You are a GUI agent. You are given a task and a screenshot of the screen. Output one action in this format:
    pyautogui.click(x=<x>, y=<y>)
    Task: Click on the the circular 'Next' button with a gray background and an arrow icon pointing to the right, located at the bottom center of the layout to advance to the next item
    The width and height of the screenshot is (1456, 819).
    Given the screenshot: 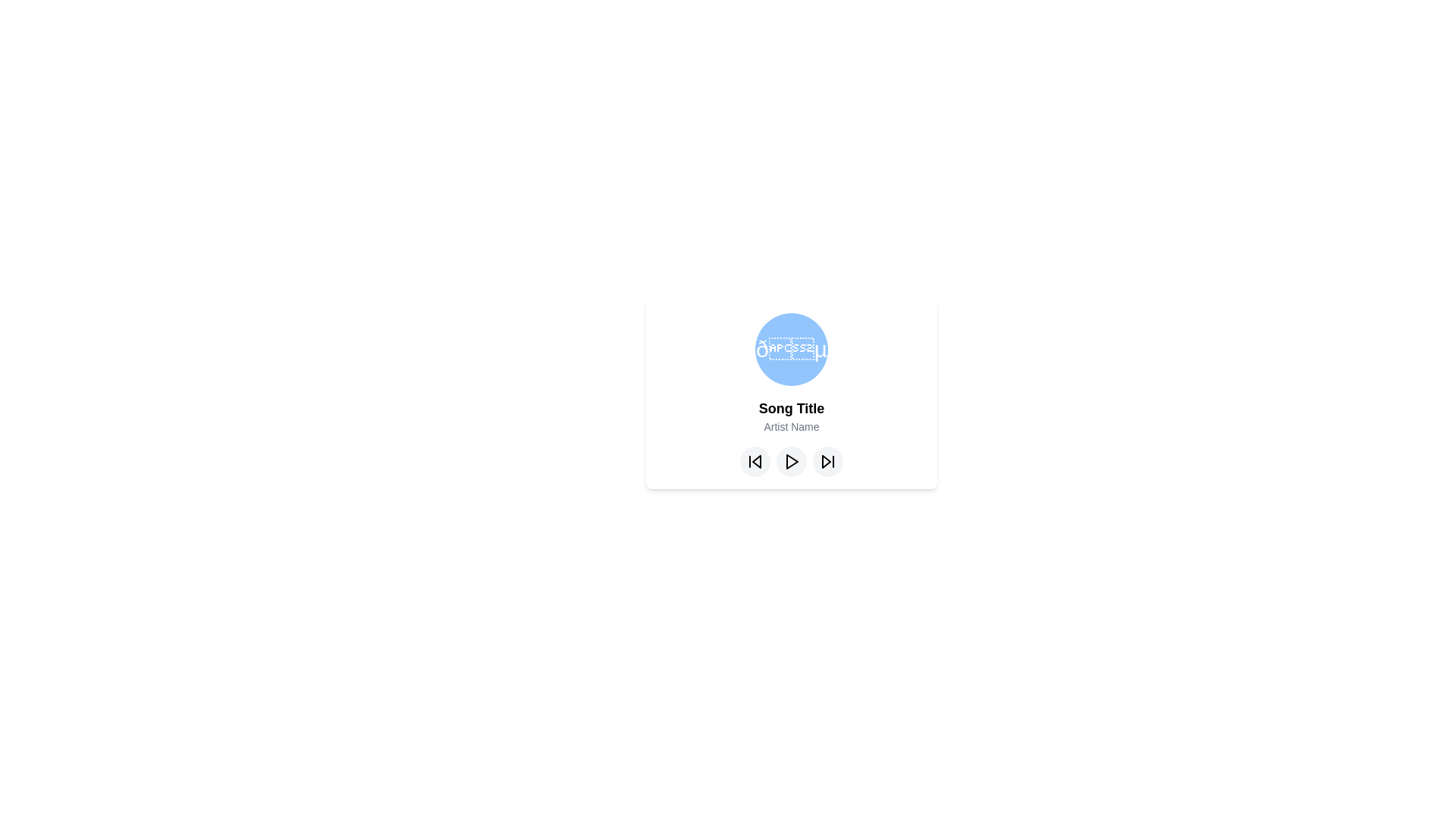 What is the action you would take?
    pyautogui.click(x=827, y=461)
    